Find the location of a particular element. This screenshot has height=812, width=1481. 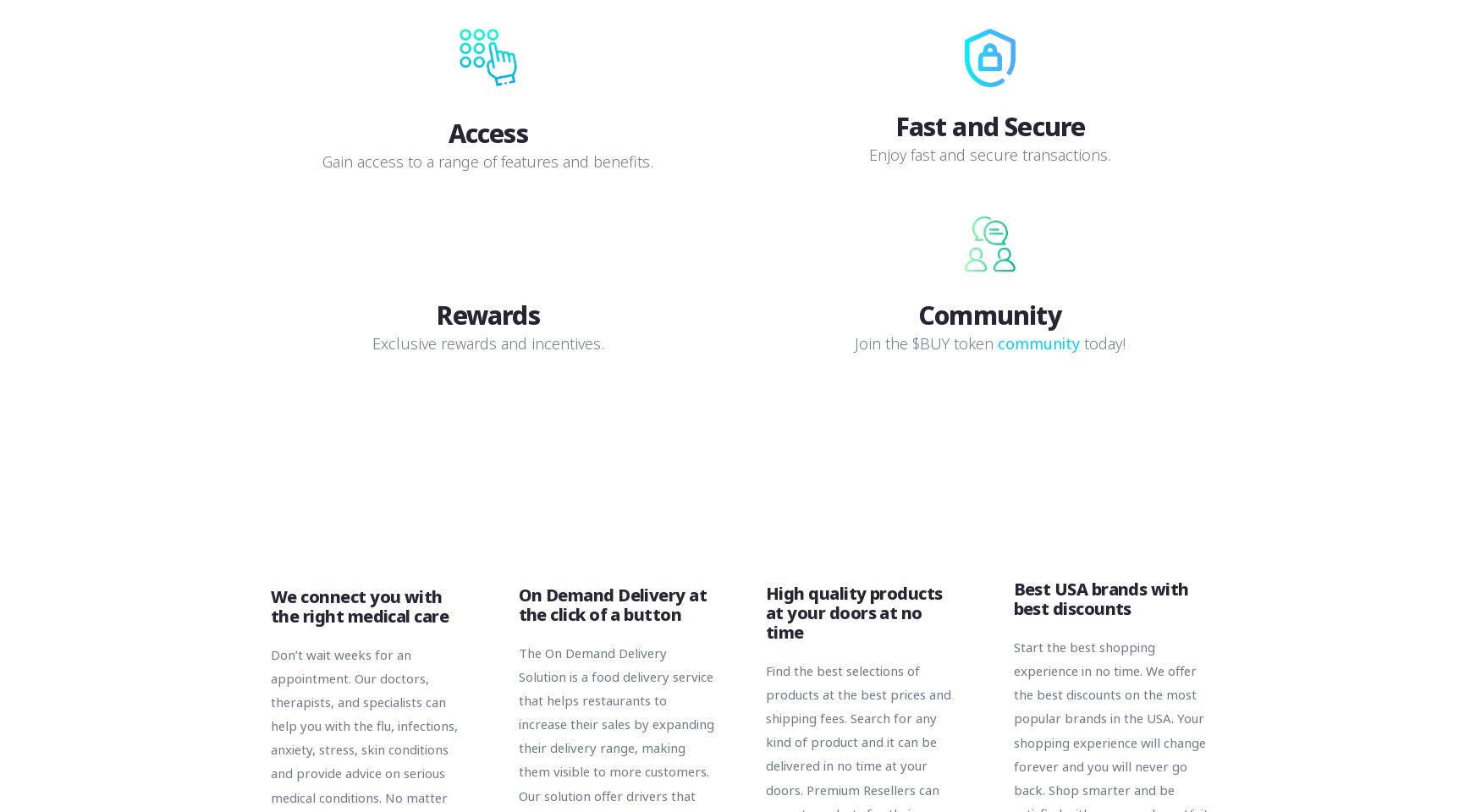

'today!' is located at coordinates (1101, 342).